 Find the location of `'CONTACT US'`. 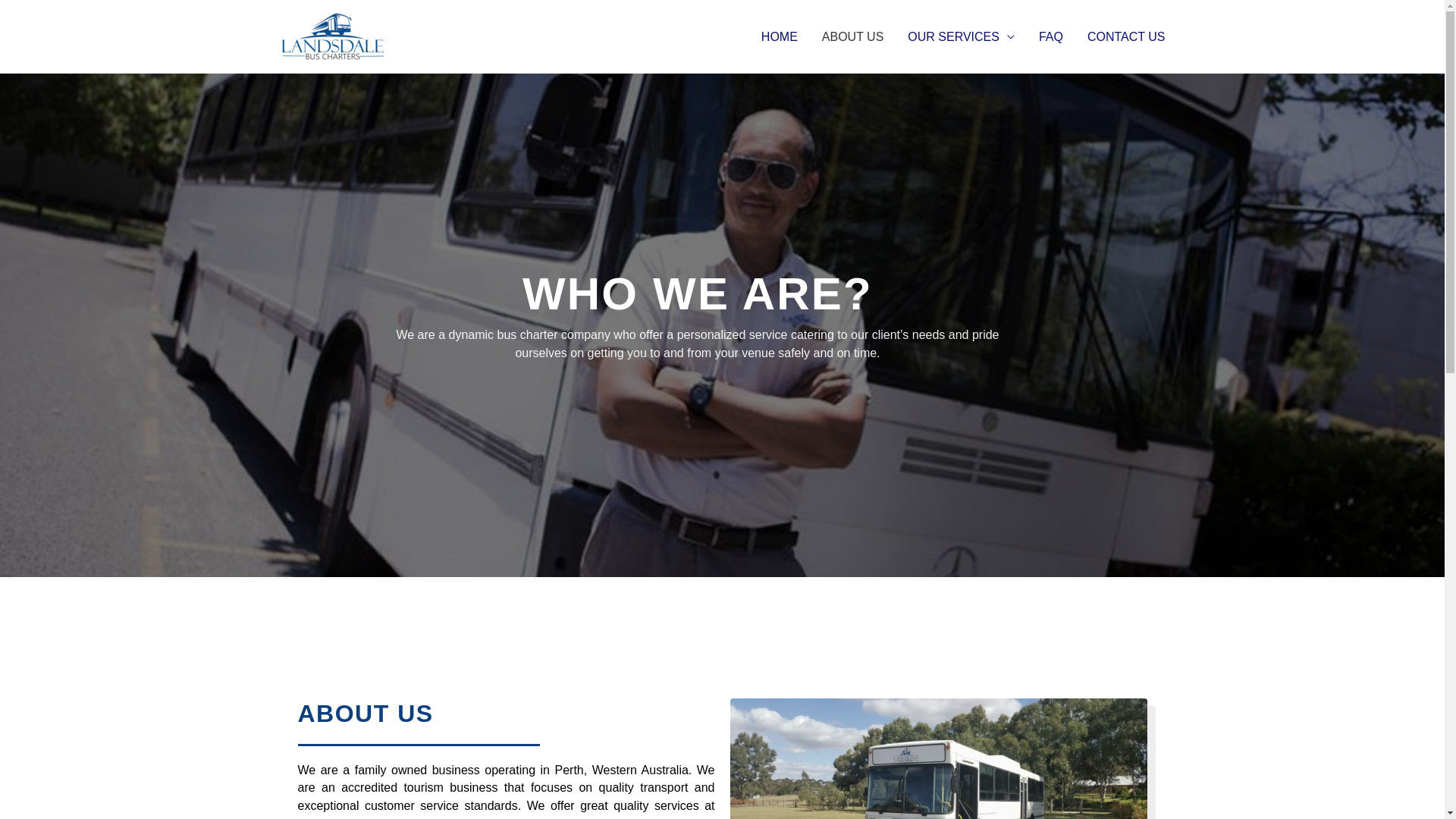

'CONTACT US' is located at coordinates (1126, 35).